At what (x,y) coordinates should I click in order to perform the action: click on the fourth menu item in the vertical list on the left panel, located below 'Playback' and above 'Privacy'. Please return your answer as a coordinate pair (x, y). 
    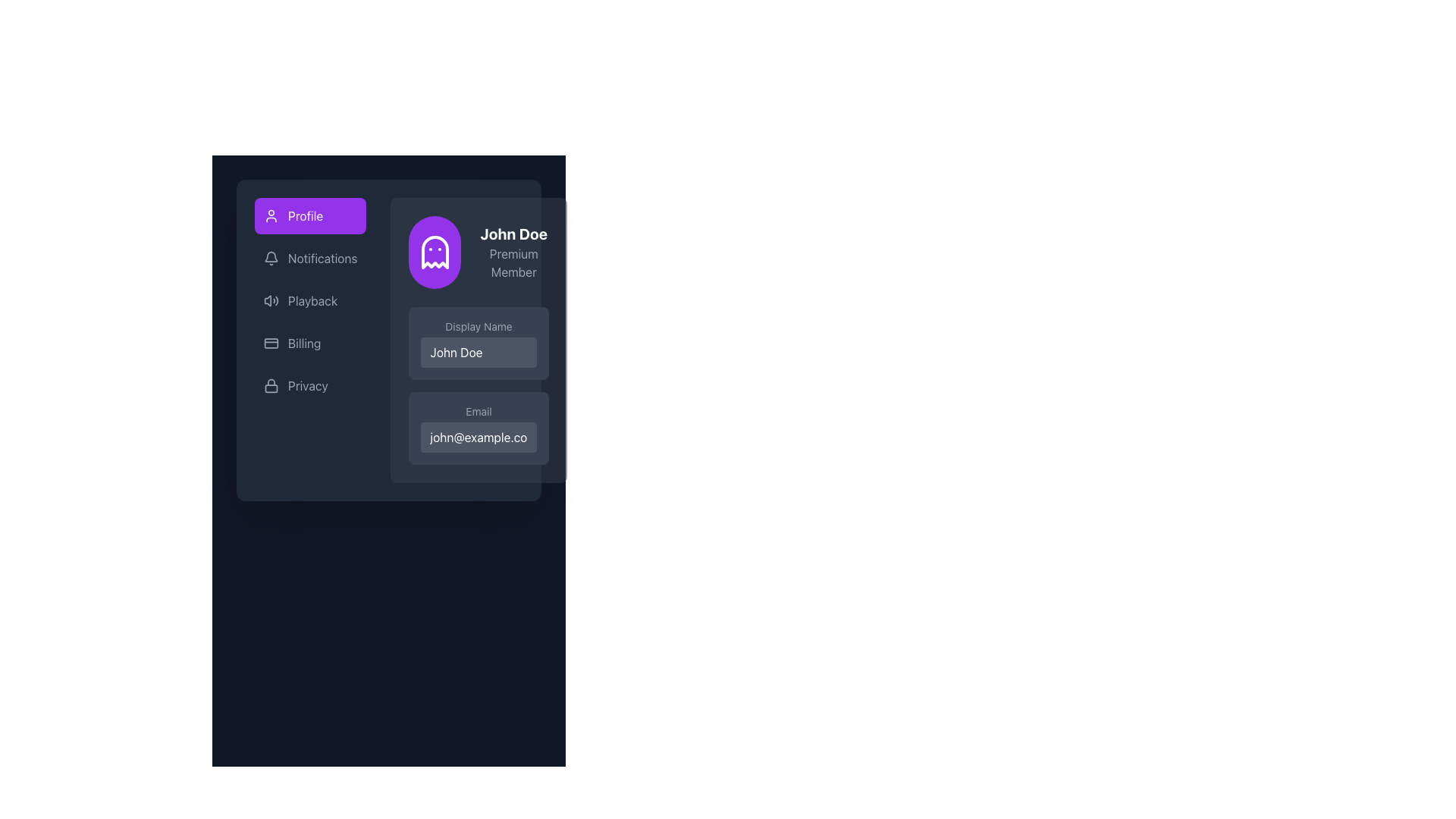
    Looking at the image, I should click on (309, 343).